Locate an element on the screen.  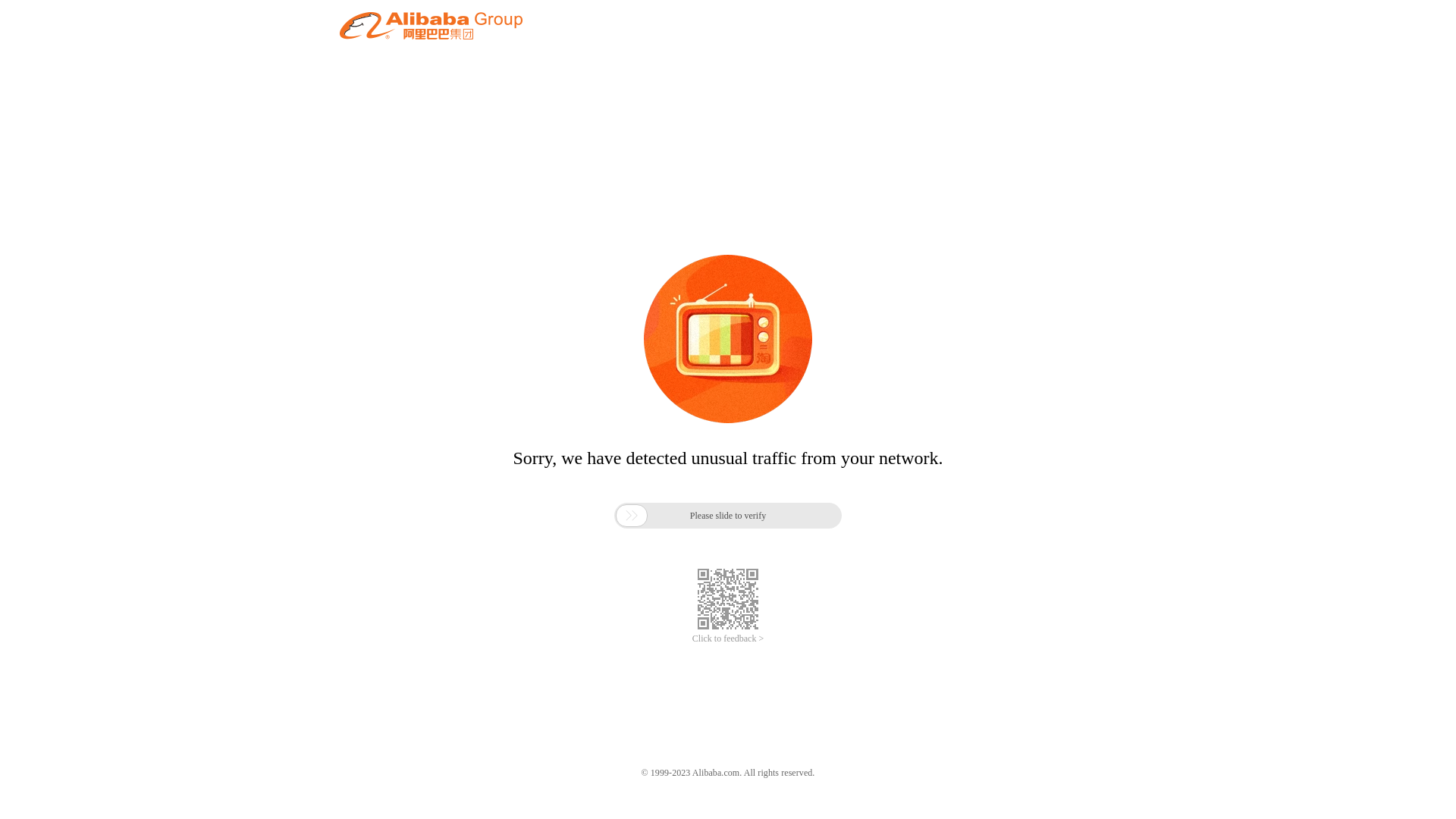
'Click to feedback >' is located at coordinates (728, 639).